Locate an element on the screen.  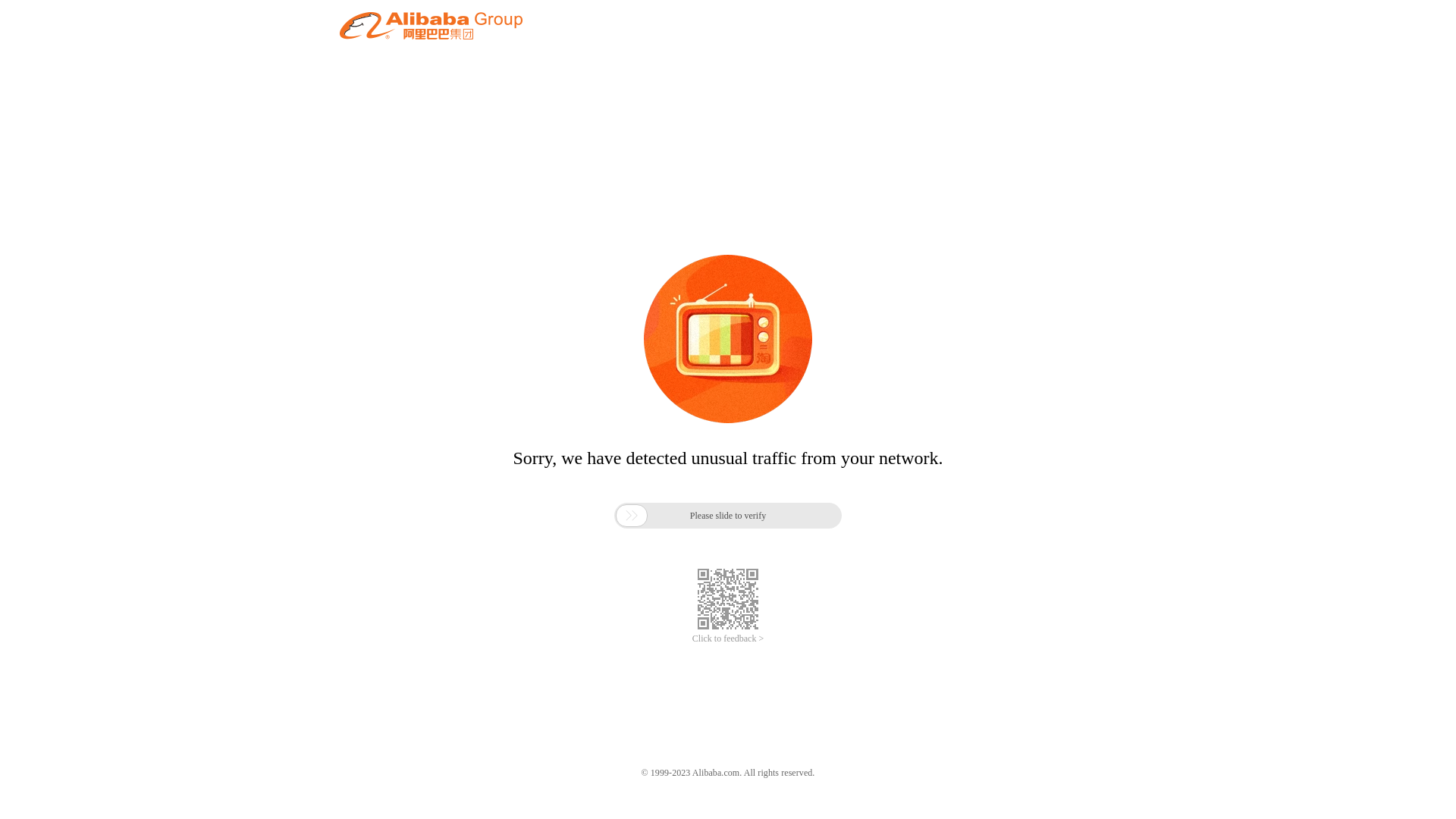
'Click to feedback >' is located at coordinates (728, 639).